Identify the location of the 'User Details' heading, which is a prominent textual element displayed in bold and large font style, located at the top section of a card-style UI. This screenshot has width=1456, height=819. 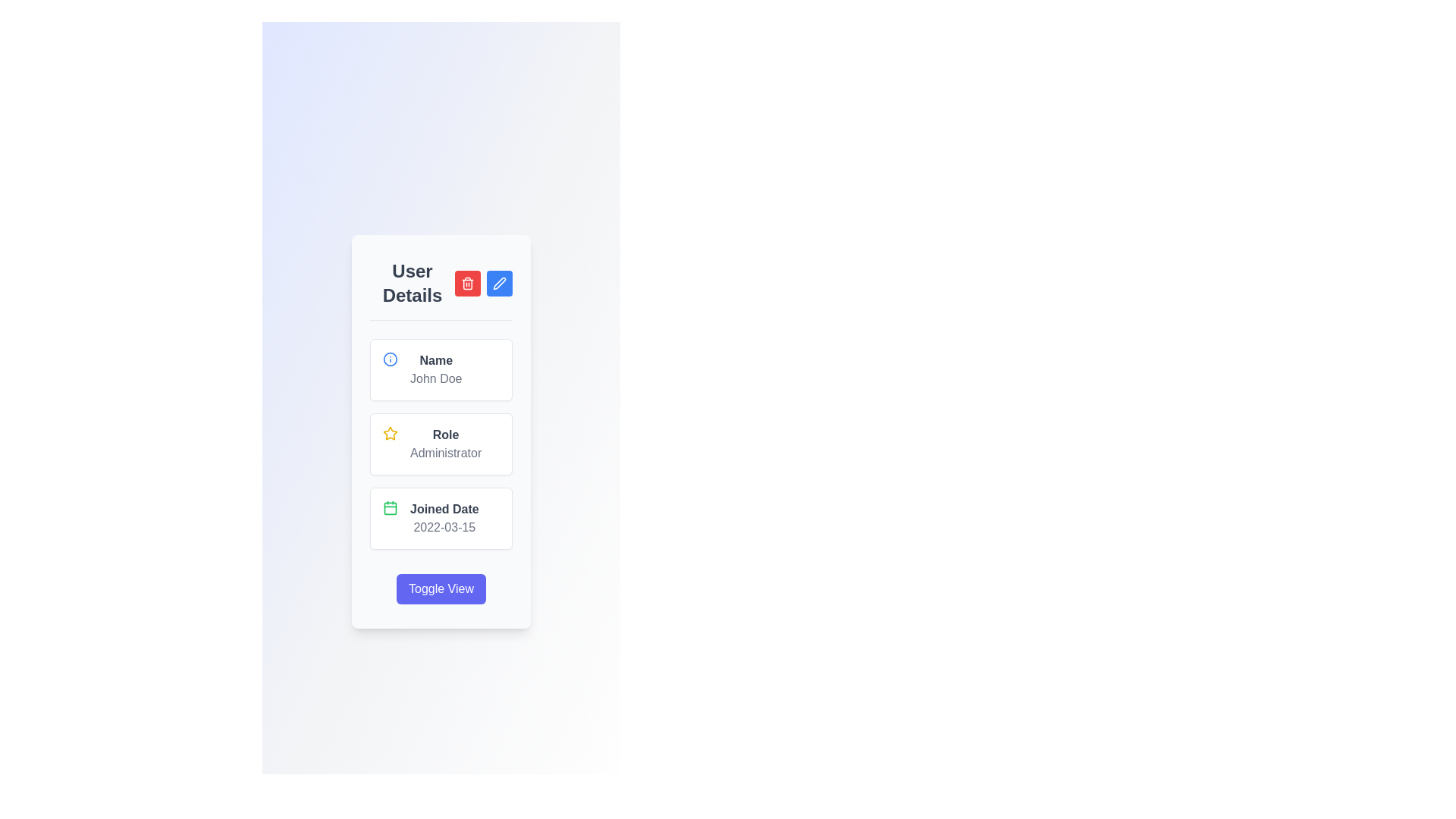
(412, 283).